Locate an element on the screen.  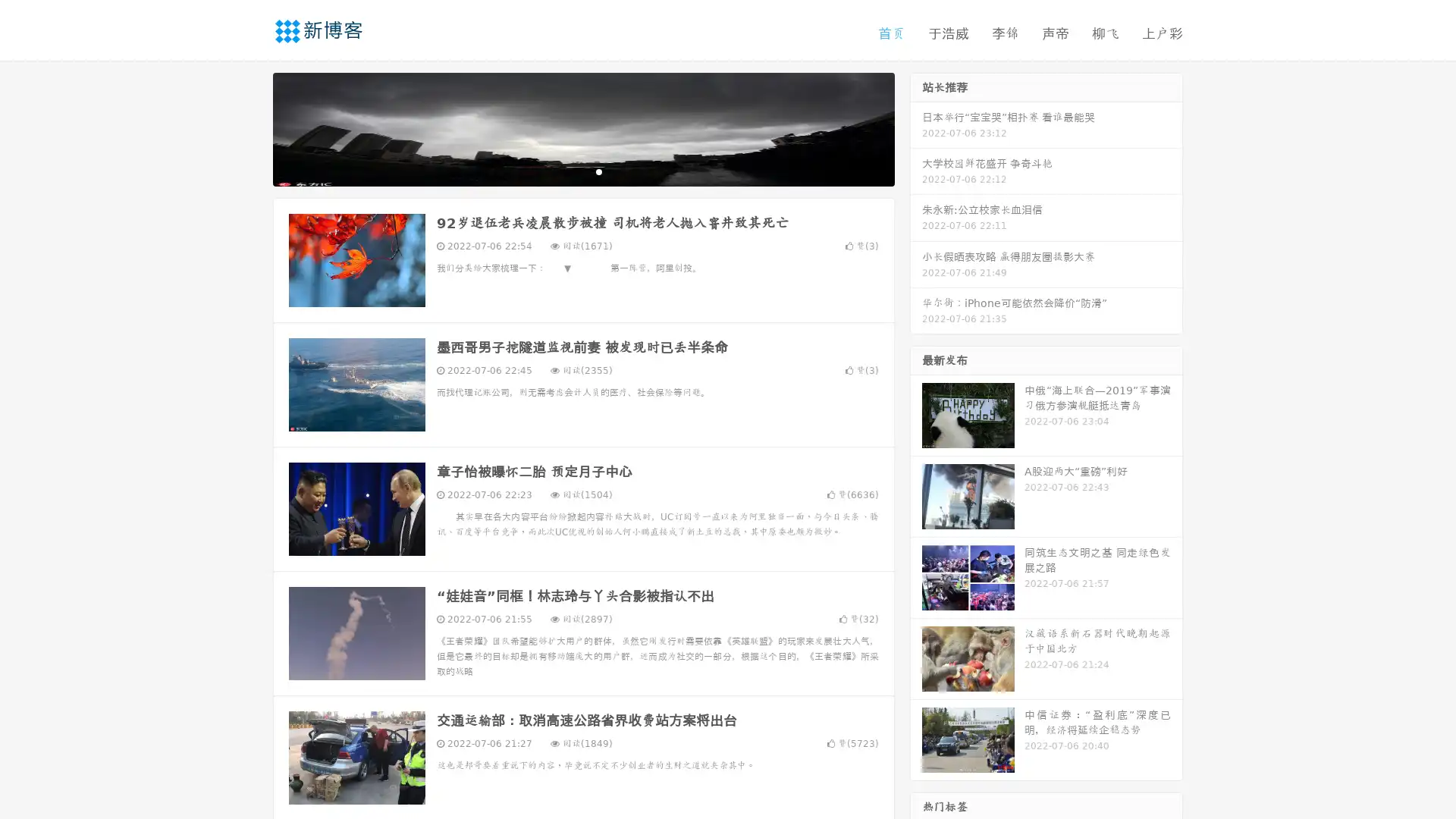
Next slide is located at coordinates (916, 127).